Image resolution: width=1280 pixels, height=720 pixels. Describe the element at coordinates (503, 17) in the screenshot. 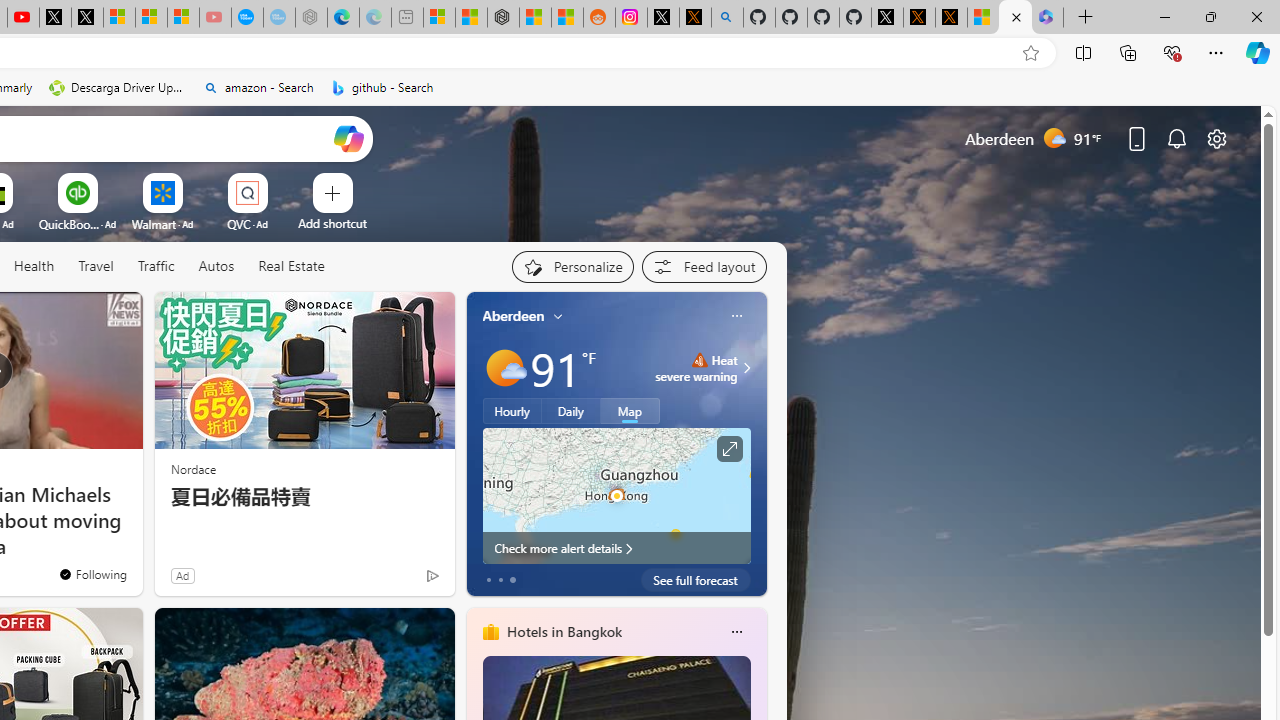

I see `'Nordace - Duffels'` at that location.